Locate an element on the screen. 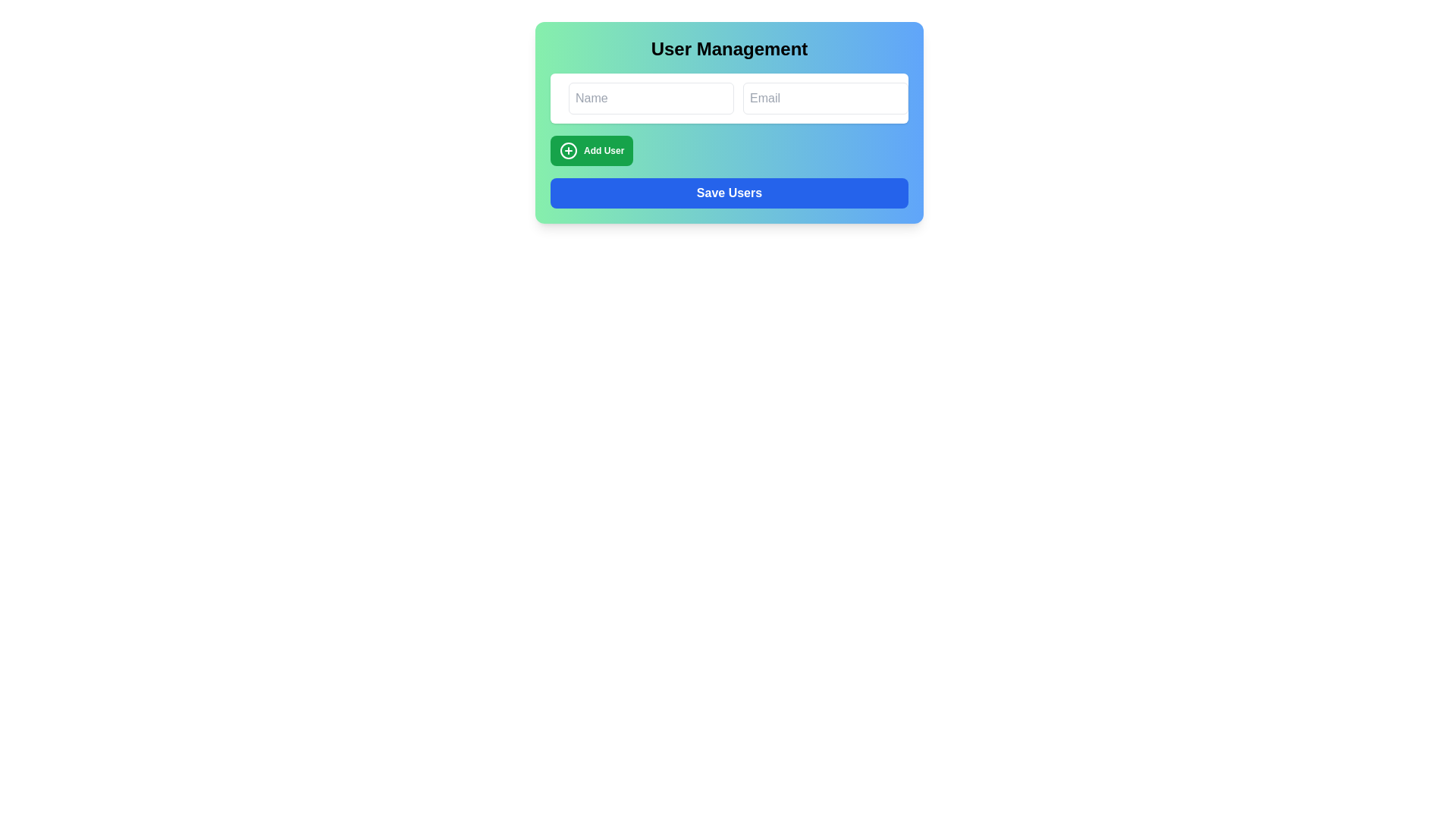 This screenshot has height=819, width=1456. the 'Save Users' button, which is a rectangular button with a blue background and white bold text, located at the bottom of the form is located at coordinates (729, 192).